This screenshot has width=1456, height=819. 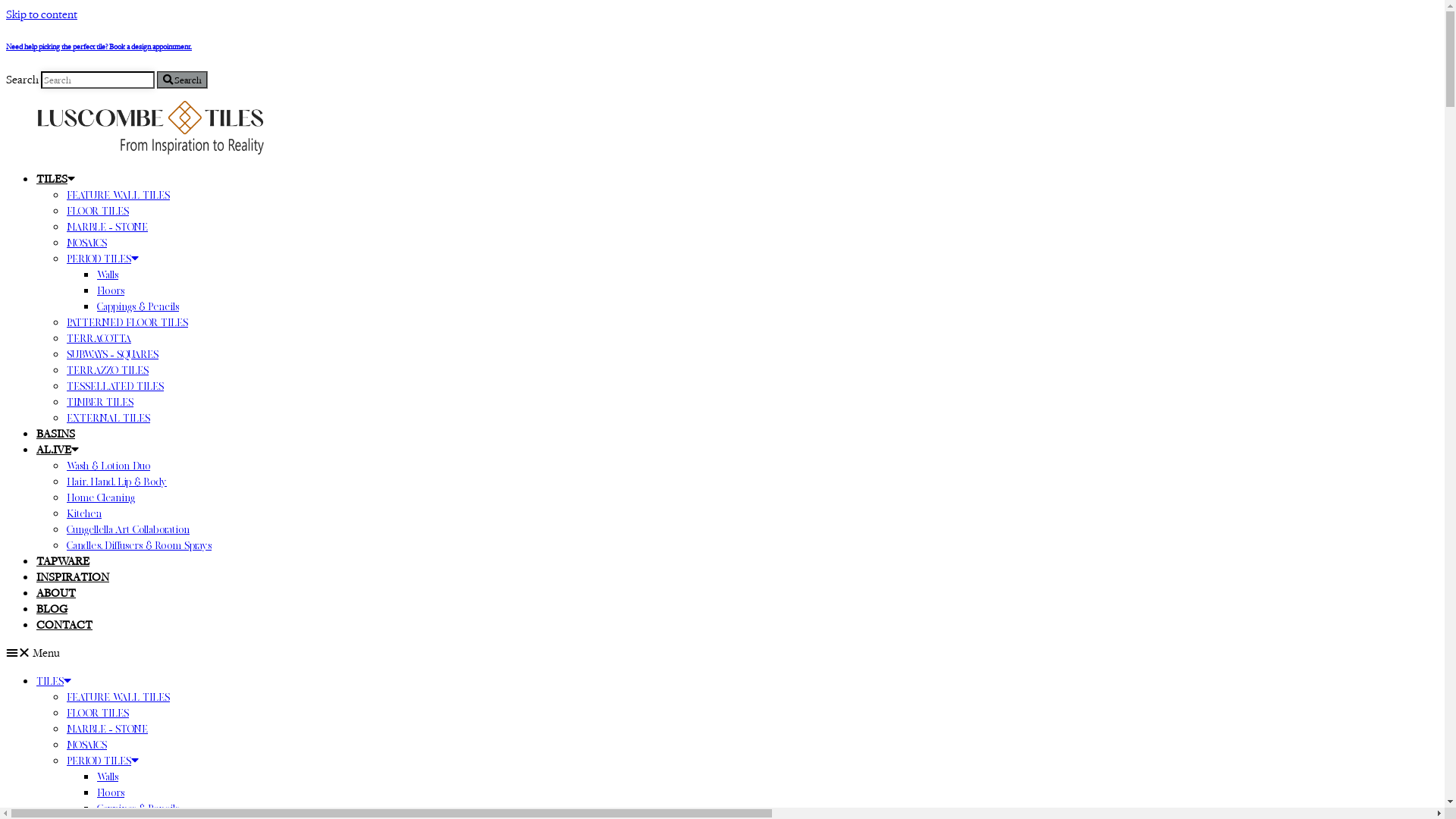 What do you see at coordinates (36, 607) in the screenshot?
I see `'BLOG'` at bounding box center [36, 607].